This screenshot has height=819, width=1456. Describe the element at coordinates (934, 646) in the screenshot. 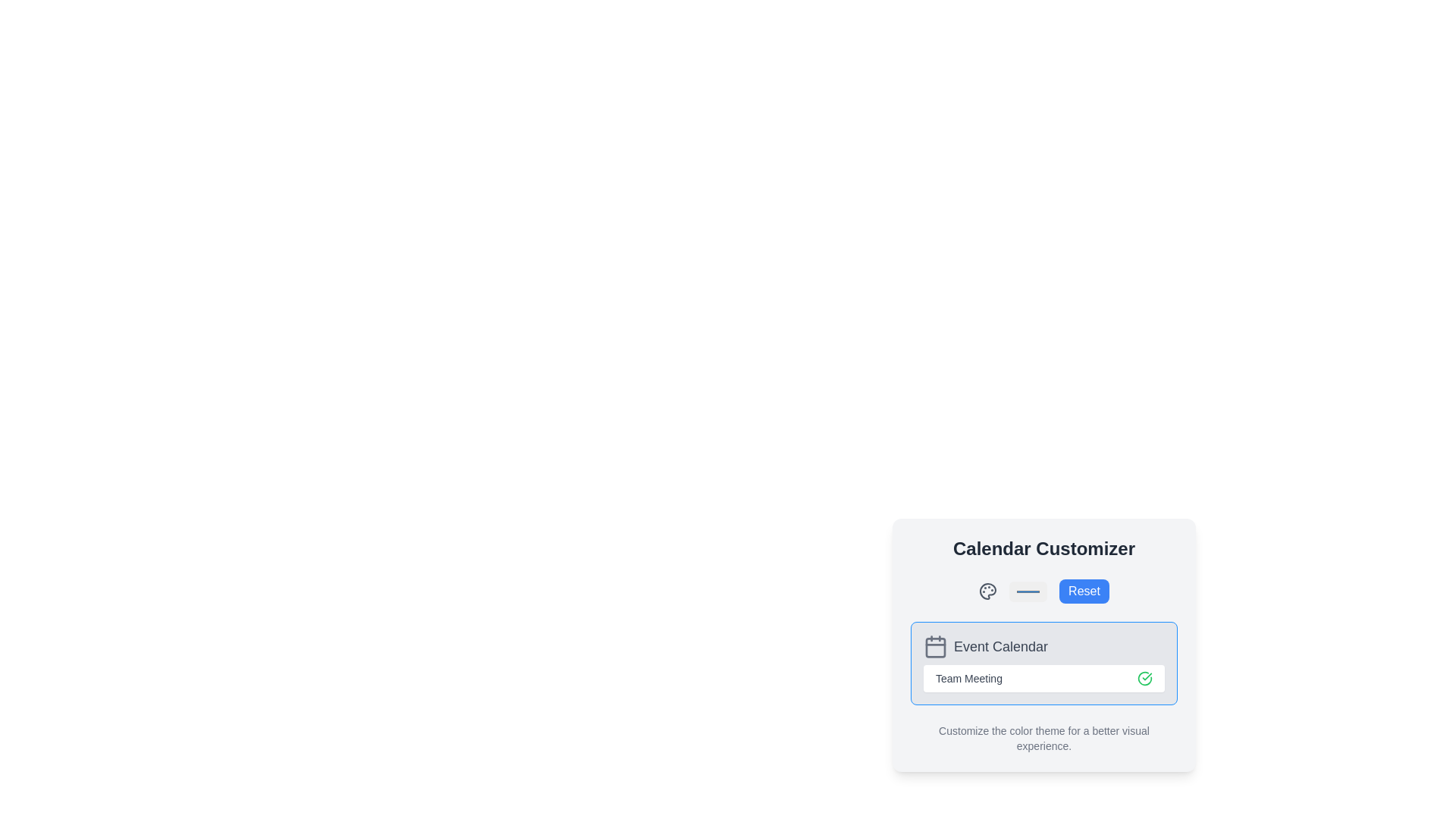

I see `the gray calendar icon that is styled as inactive, positioned to the left of the 'Event Calendar' text in the 'Calendar Customizer' section` at that location.